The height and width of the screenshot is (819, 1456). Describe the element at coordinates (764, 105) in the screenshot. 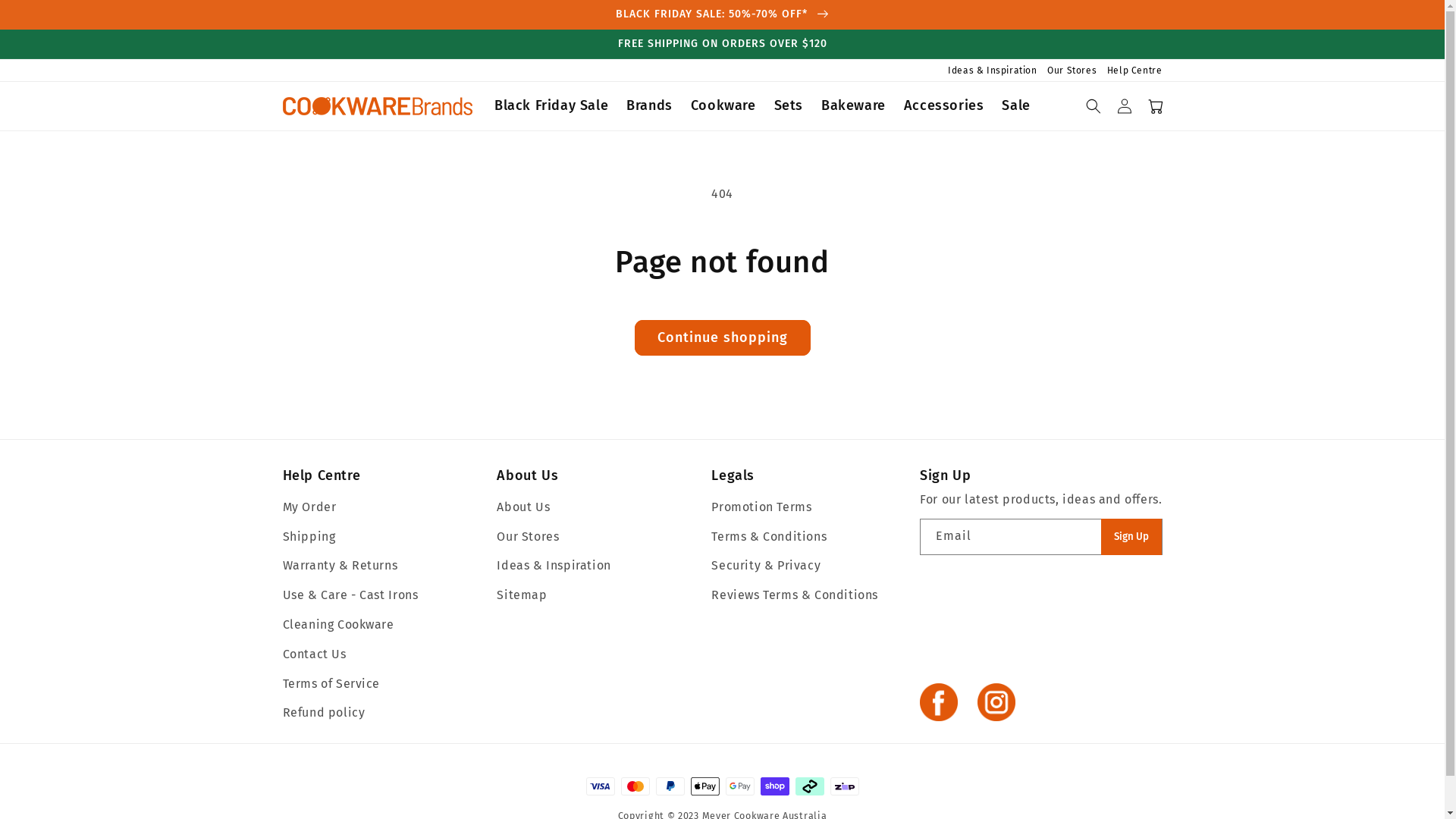

I see `'Sets'` at that location.